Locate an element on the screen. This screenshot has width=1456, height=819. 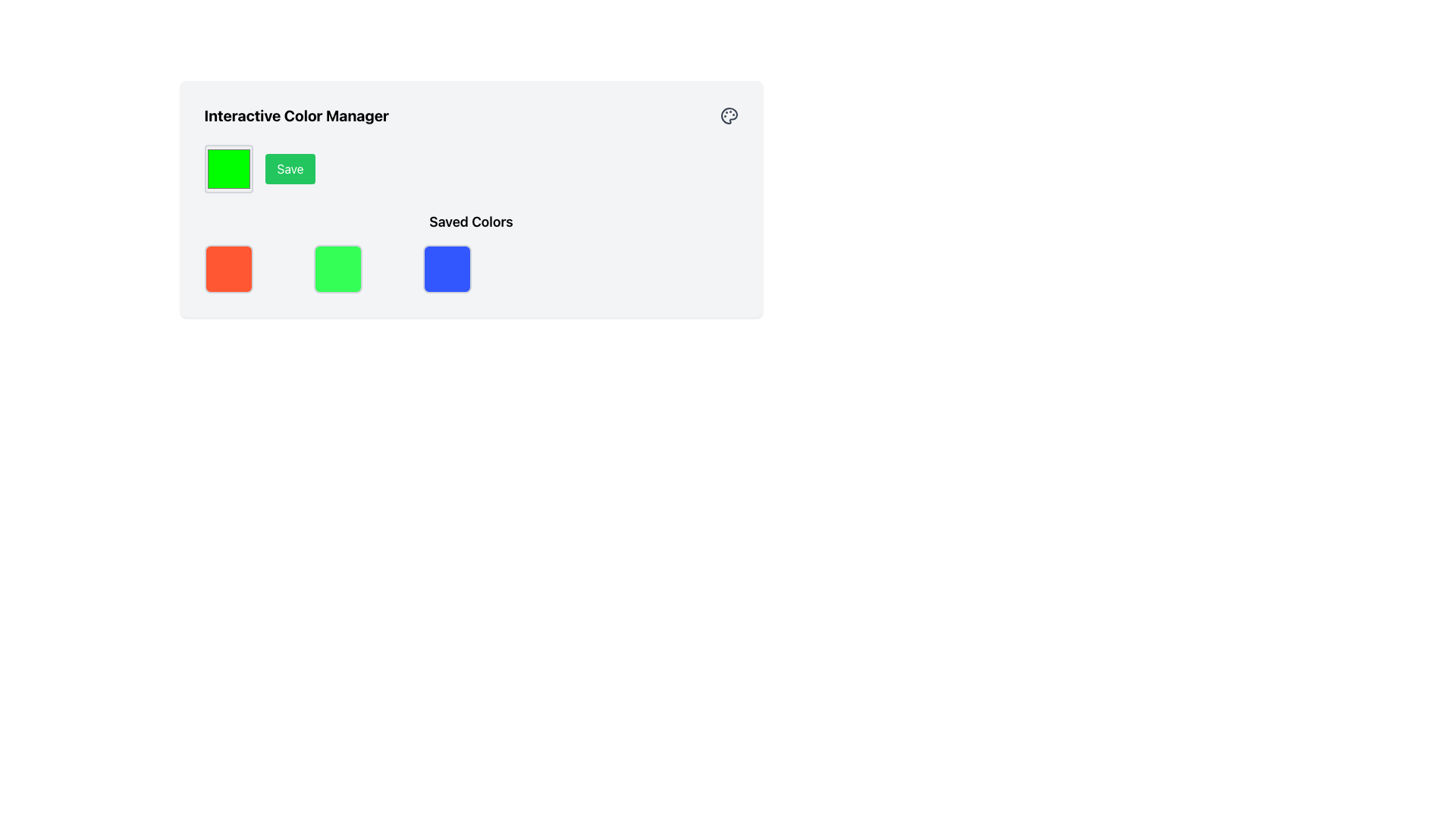
the blue color swatch, which is the third element in a row of five under the 'Saved Colors' section, distinguished by its blue fill color and gray border is located at coordinates (470, 268).